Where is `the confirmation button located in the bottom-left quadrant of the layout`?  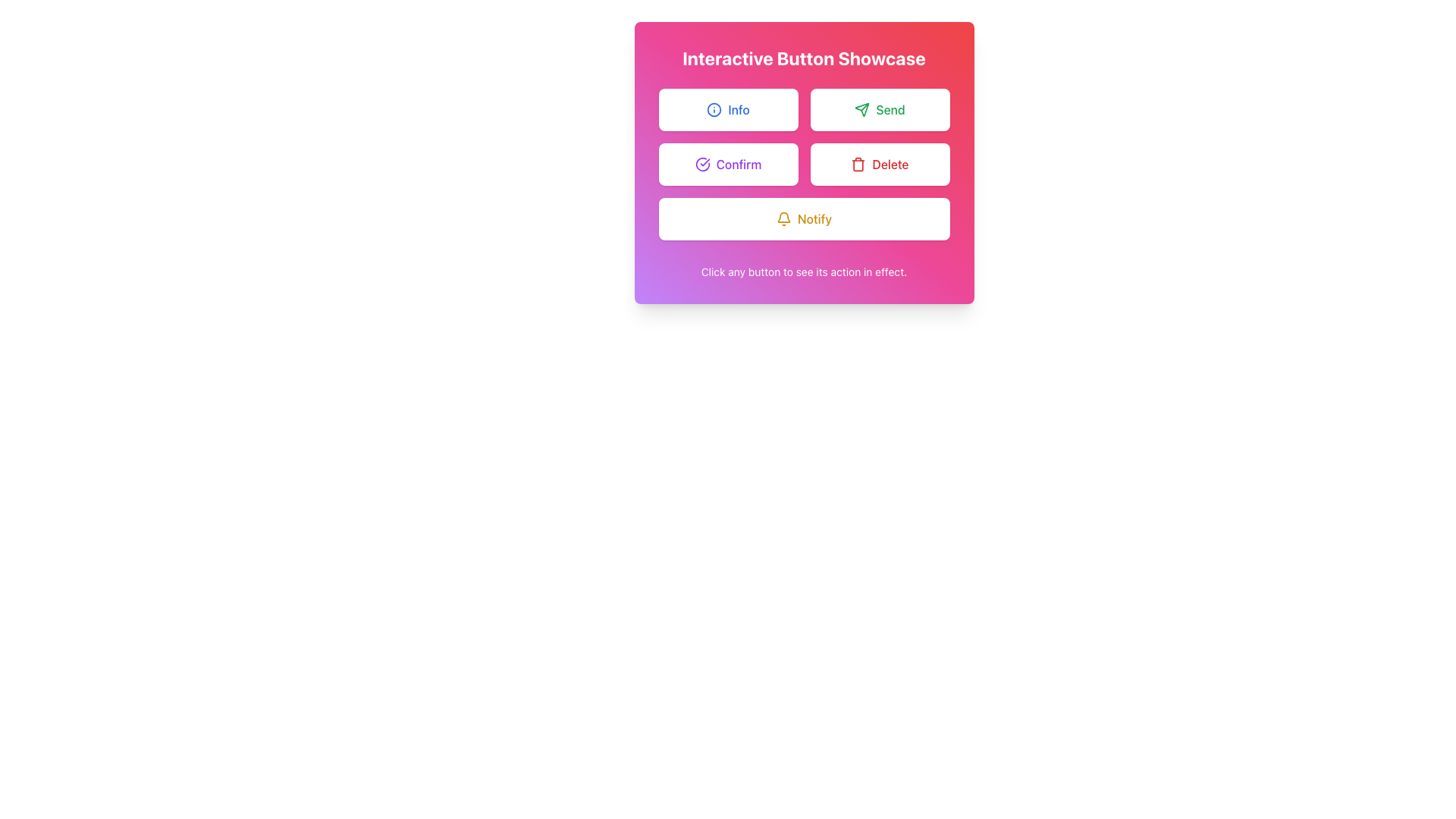
the confirmation button located in the bottom-left quadrant of the layout is located at coordinates (728, 164).